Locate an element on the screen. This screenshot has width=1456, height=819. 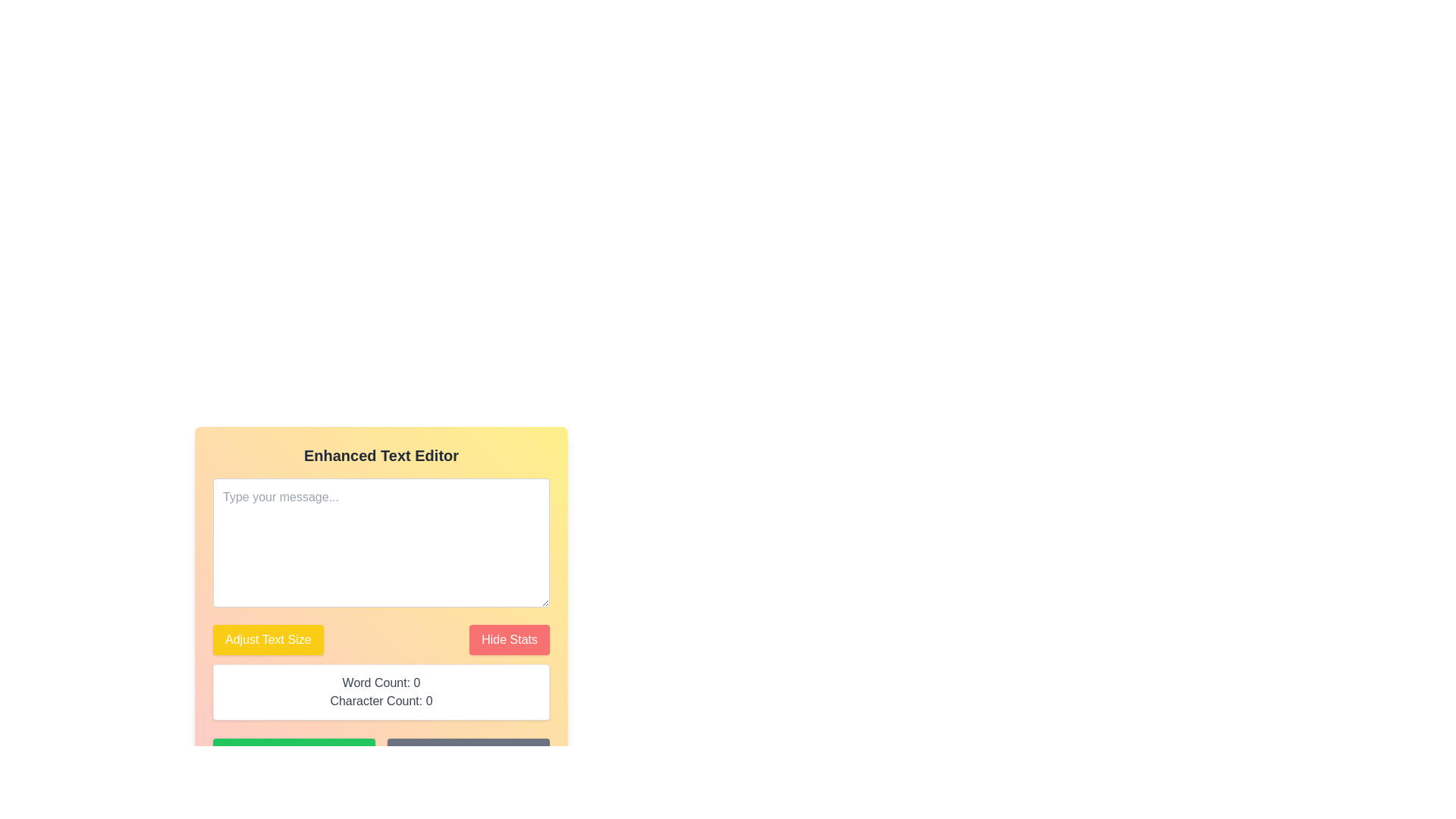
to select text within the Textarea located centrally below the 'Enhanced Text Editor' header and above the buttons labeled 'Adjust Text Size' and 'Hide Stats' is located at coordinates (381, 542).